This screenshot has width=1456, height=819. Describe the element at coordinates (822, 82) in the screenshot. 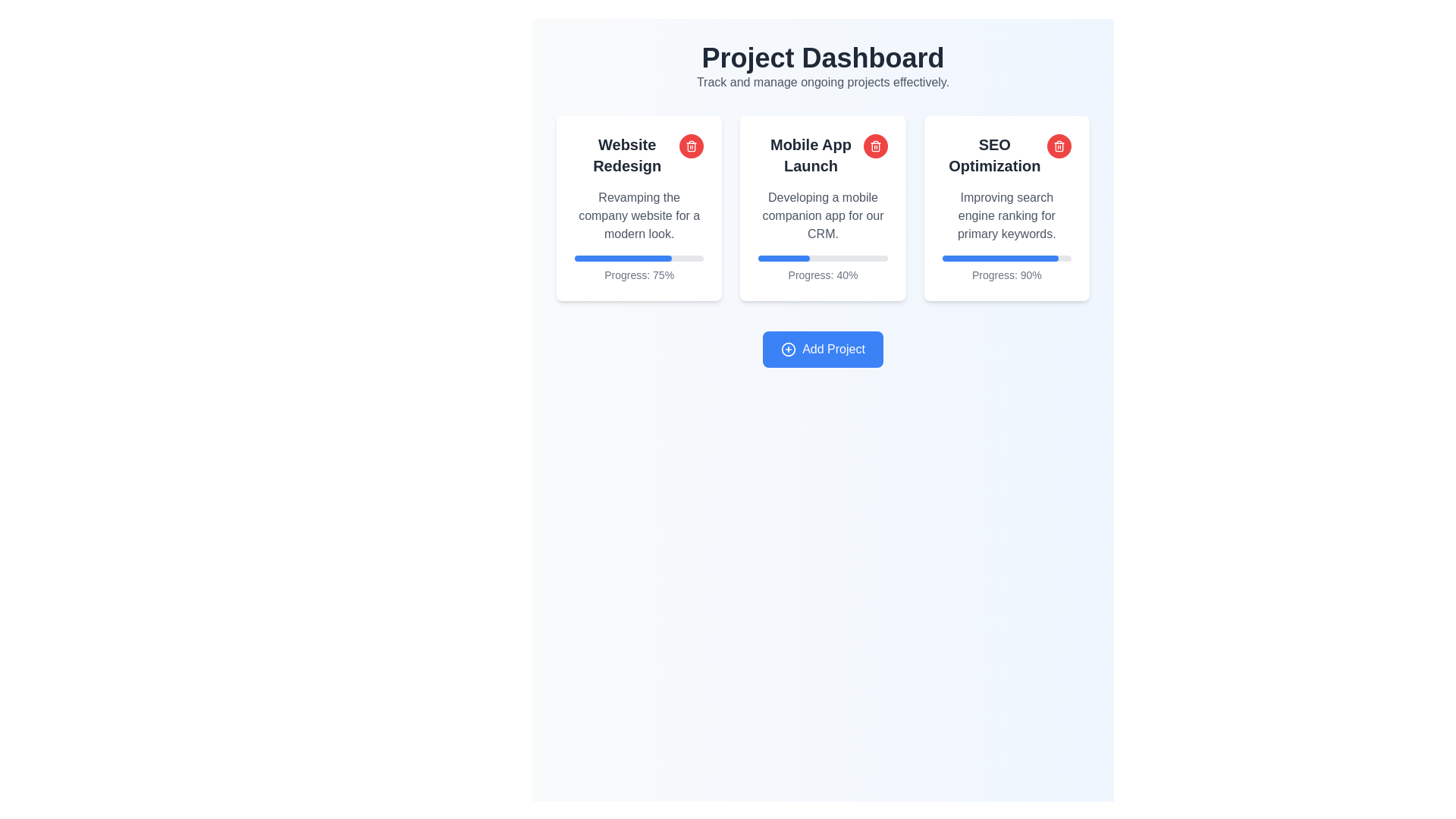

I see `the static text that reads 'Track and manage ongoing projects effectively', which is styled in gray and positioned below the 'Project Dashboard' header` at that location.